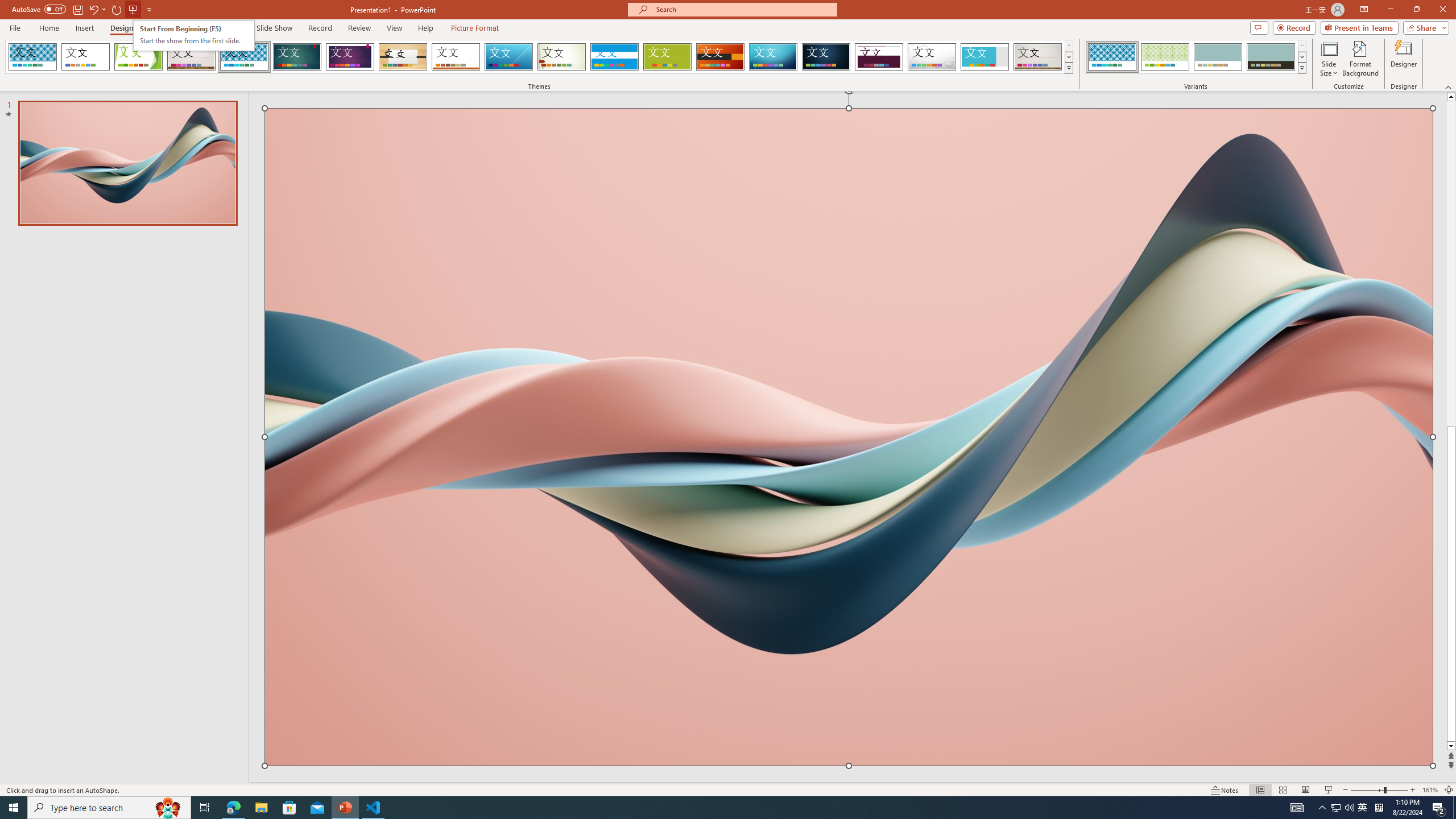 The image size is (1456, 819). Describe the element at coordinates (721, 56) in the screenshot. I see `'Berlin'` at that location.